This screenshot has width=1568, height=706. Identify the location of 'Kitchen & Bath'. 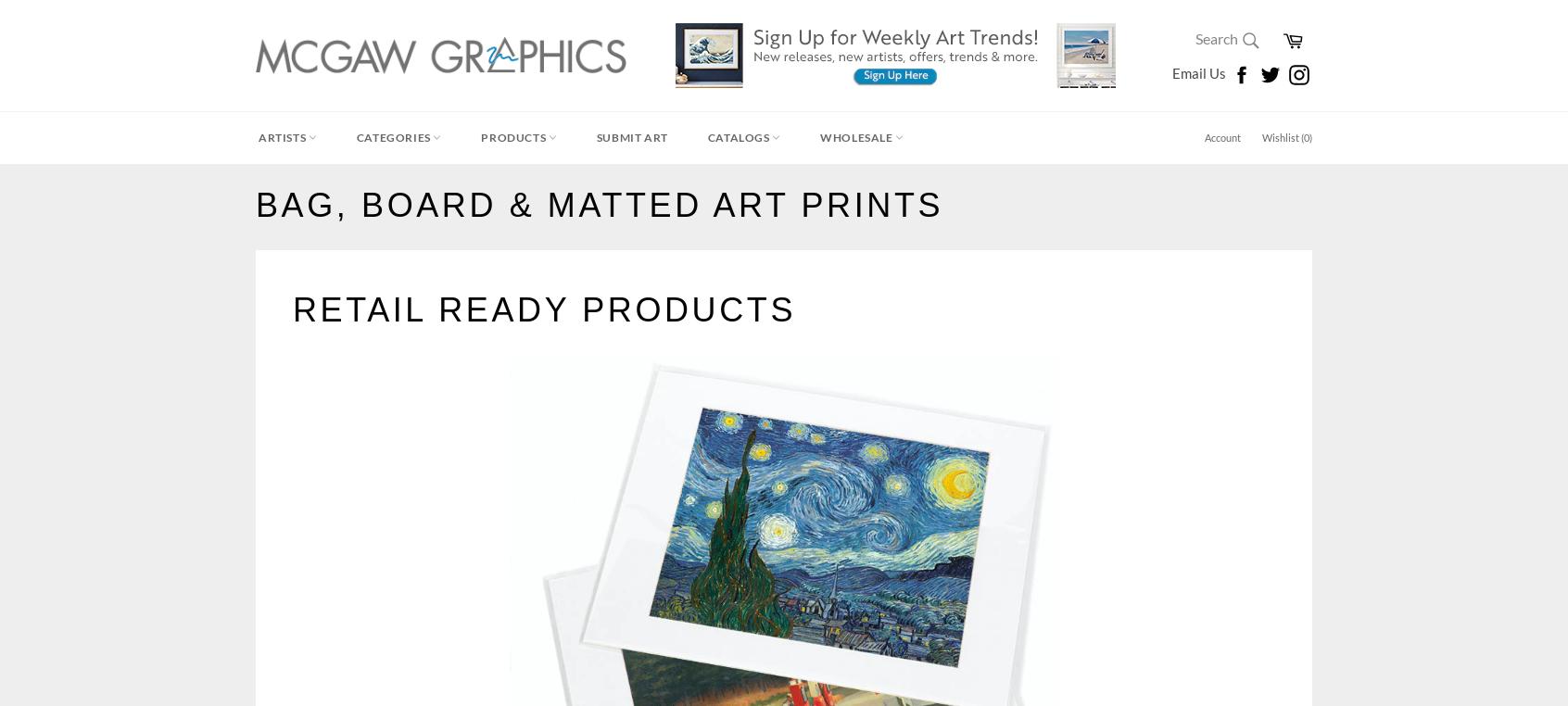
(512, 218).